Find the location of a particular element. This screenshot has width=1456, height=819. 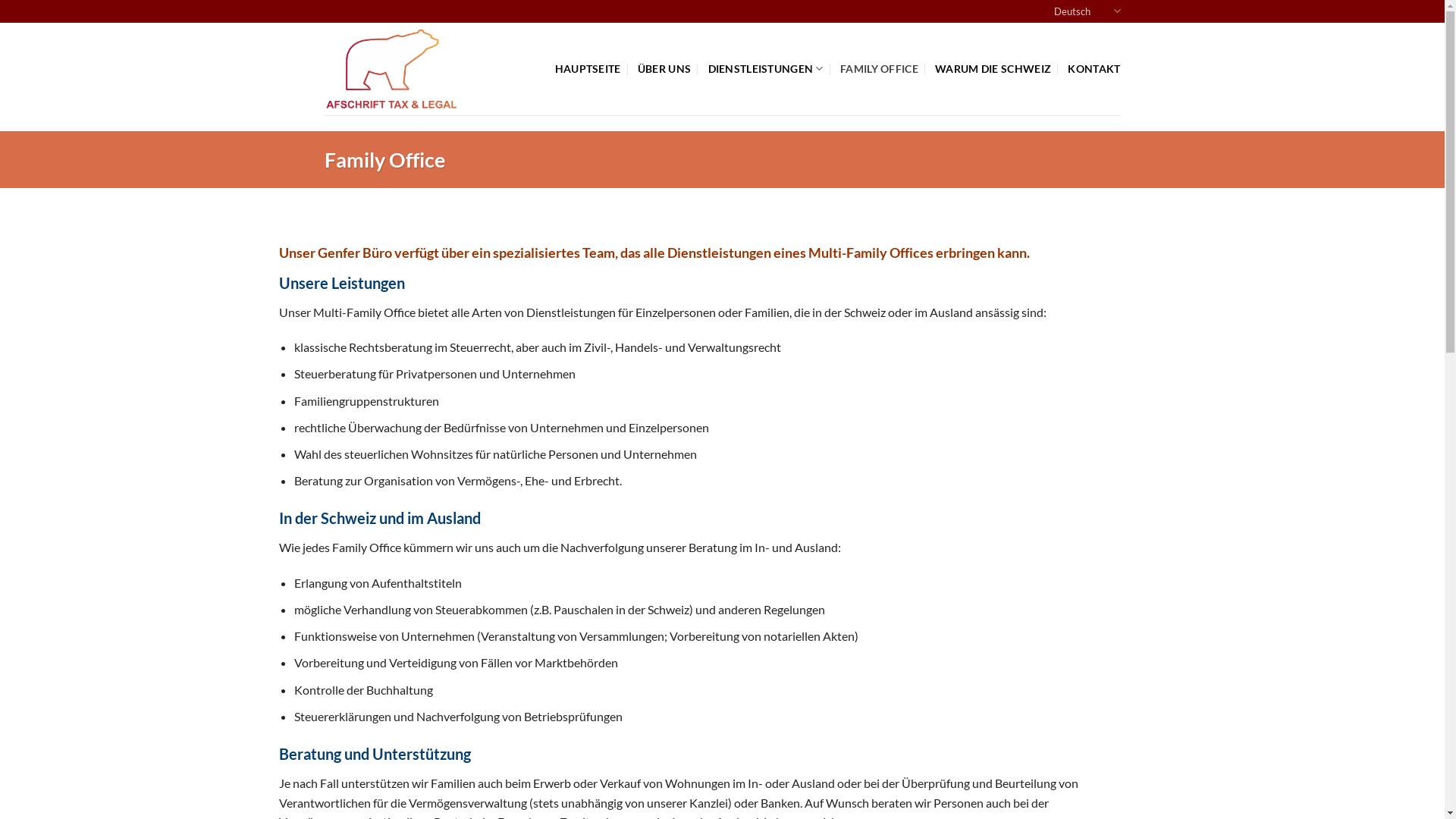

'DIENSTLEISTUNGEN' is located at coordinates (765, 68).